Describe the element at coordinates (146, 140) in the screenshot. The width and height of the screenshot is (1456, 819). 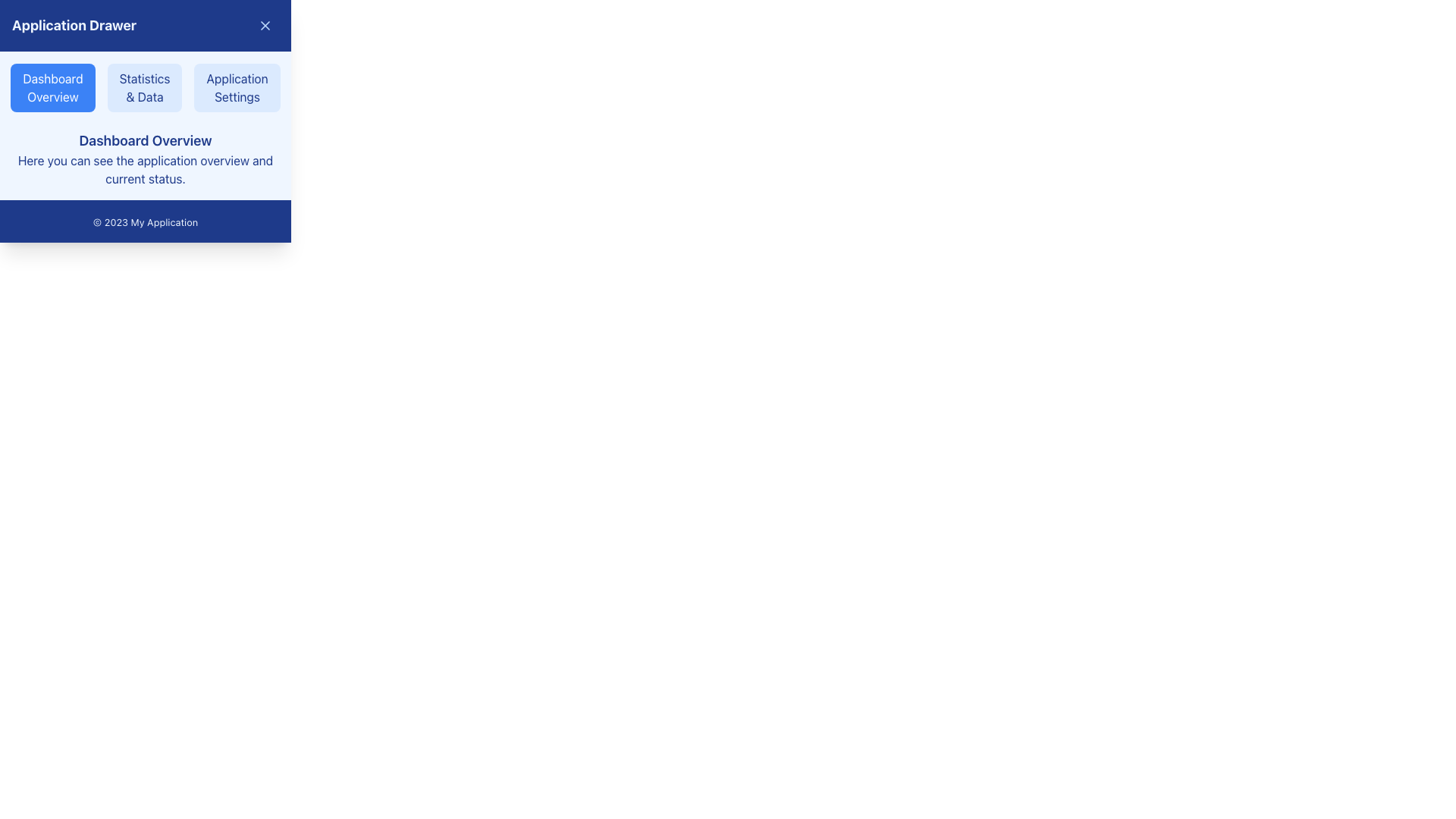
I see `the 'Dashboard Overview' text label, which is bold and dark blue, located in the 'Application Drawer' area above the descriptive text starting with 'Here you can see...'` at that location.